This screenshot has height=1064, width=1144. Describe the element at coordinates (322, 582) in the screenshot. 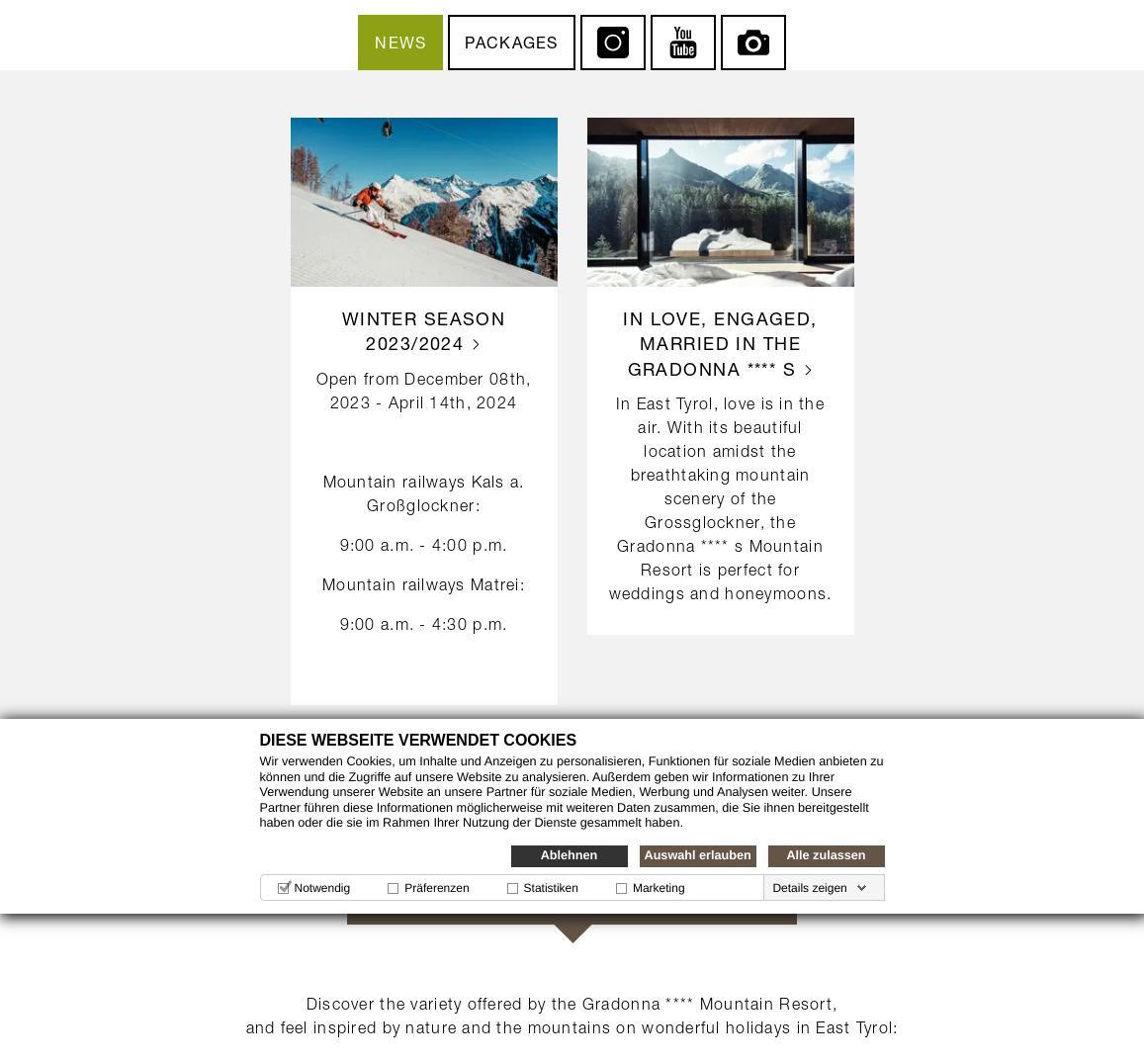

I see `'Mountain railways Matrei:'` at that location.